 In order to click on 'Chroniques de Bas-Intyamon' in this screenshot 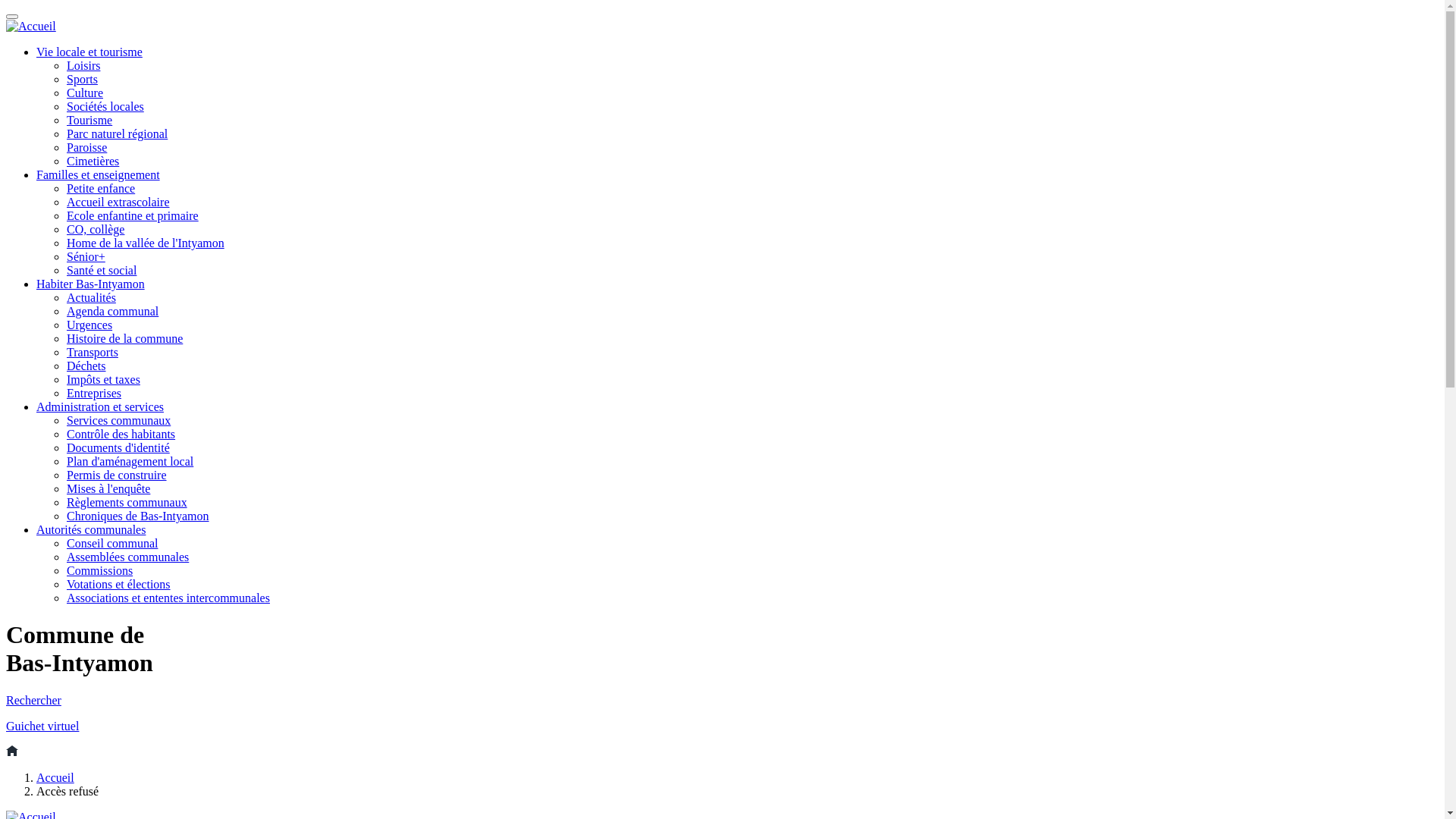, I will do `click(138, 515)`.